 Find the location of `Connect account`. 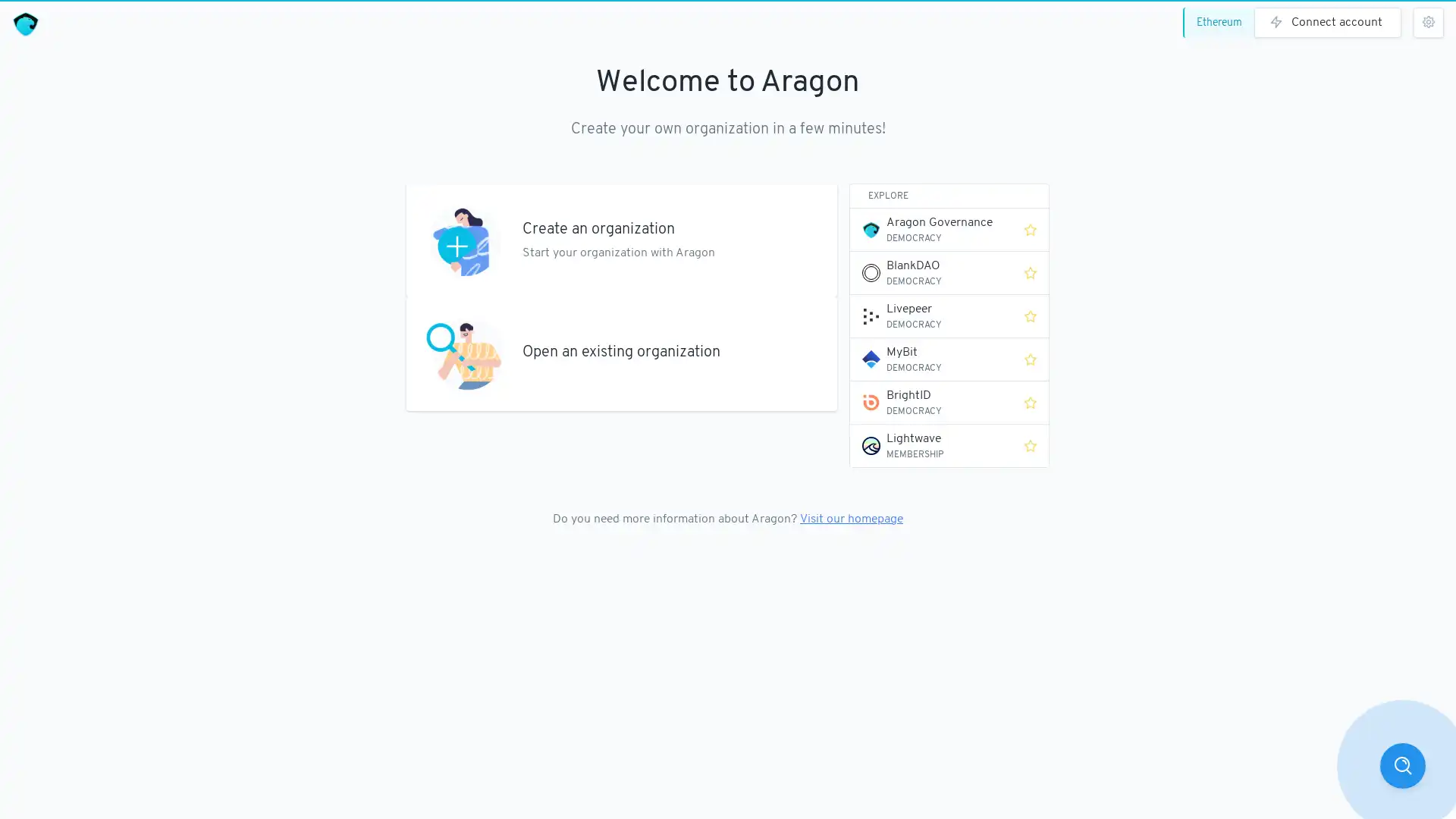

Connect account is located at coordinates (1327, 23).